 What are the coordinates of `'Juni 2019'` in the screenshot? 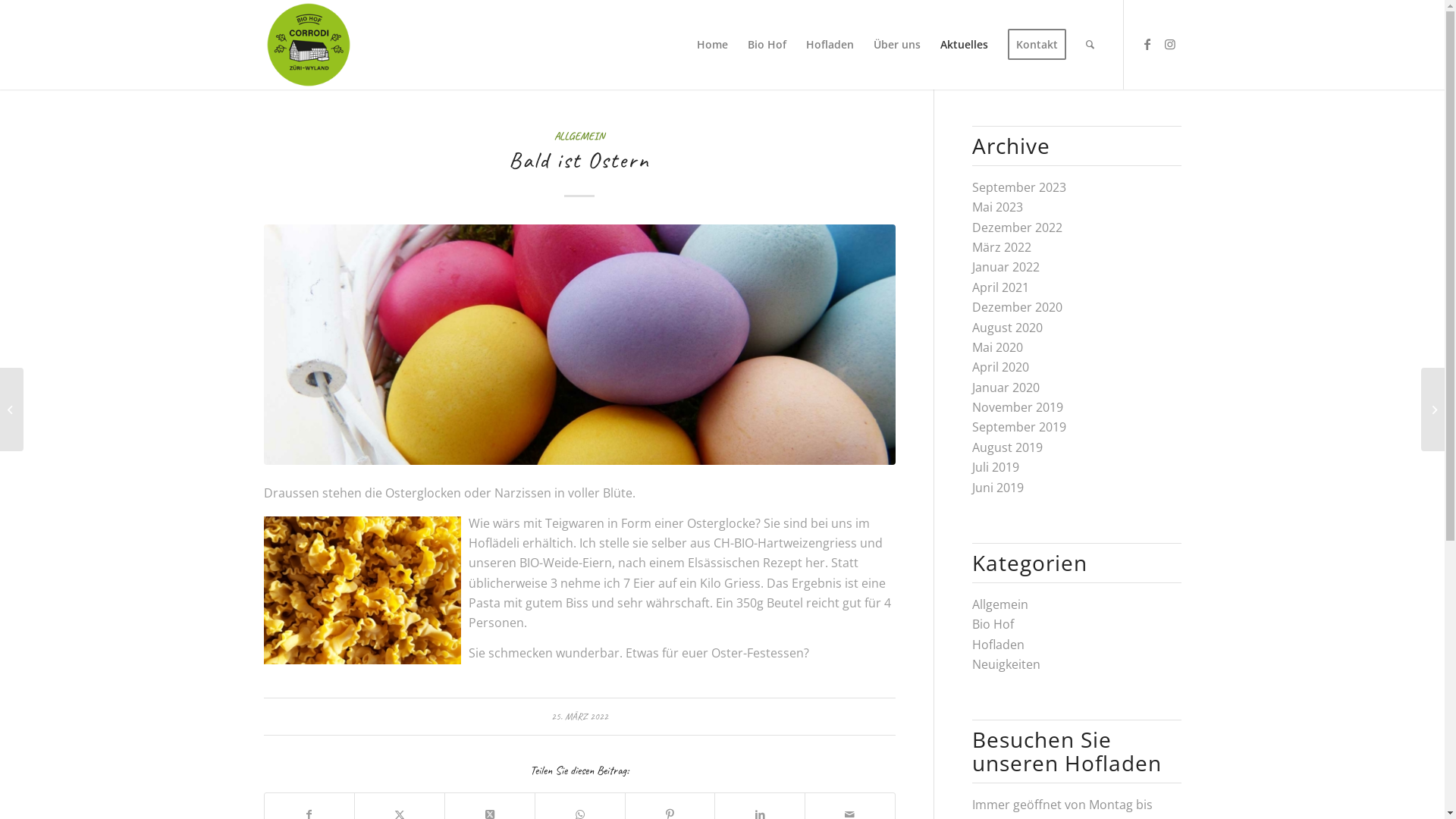 It's located at (997, 488).